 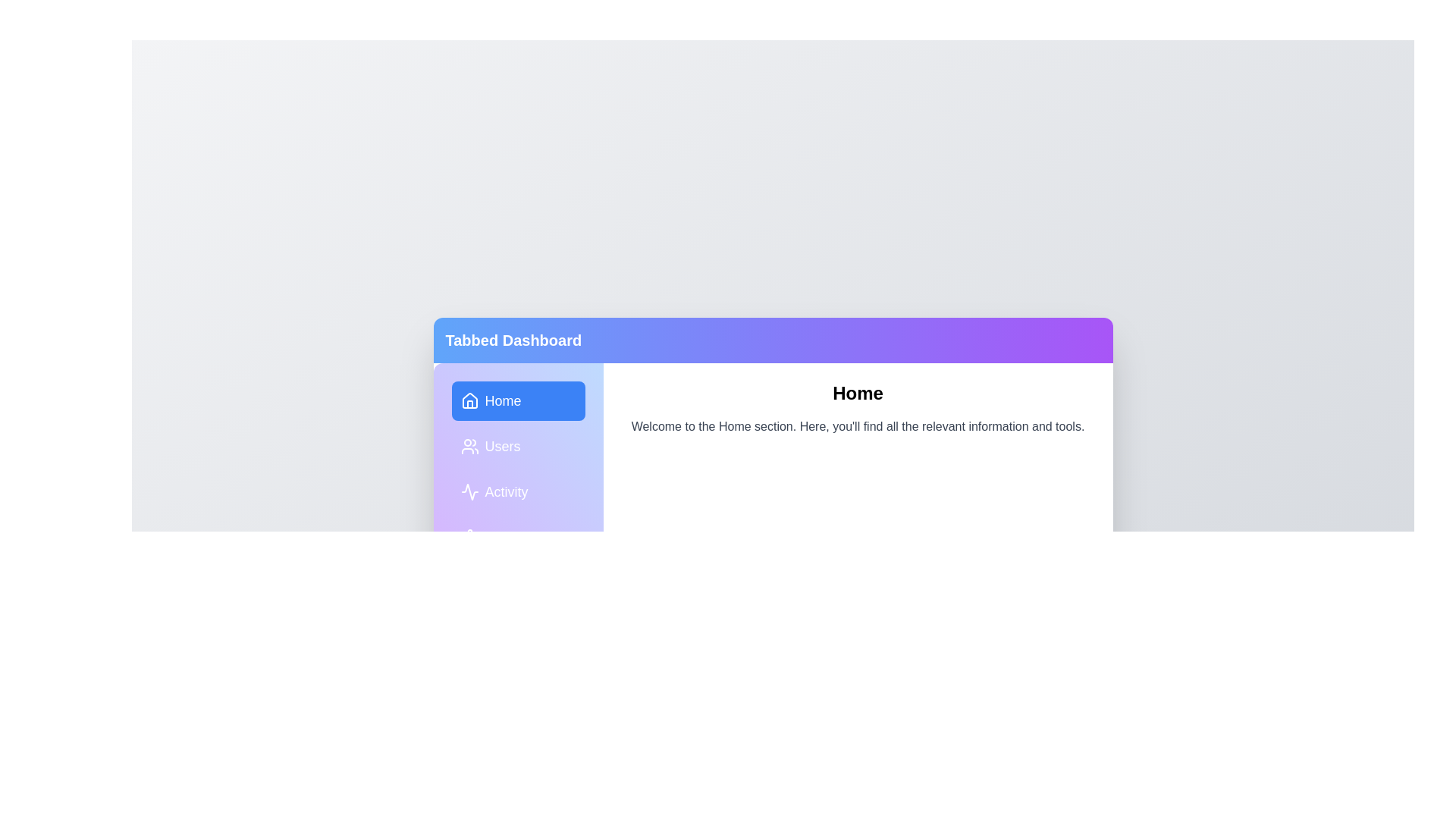 What do you see at coordinates (518, 491) in the screenshot?
I see `the tab Activity to observe the visual effect` at bounding box center [518, 491].